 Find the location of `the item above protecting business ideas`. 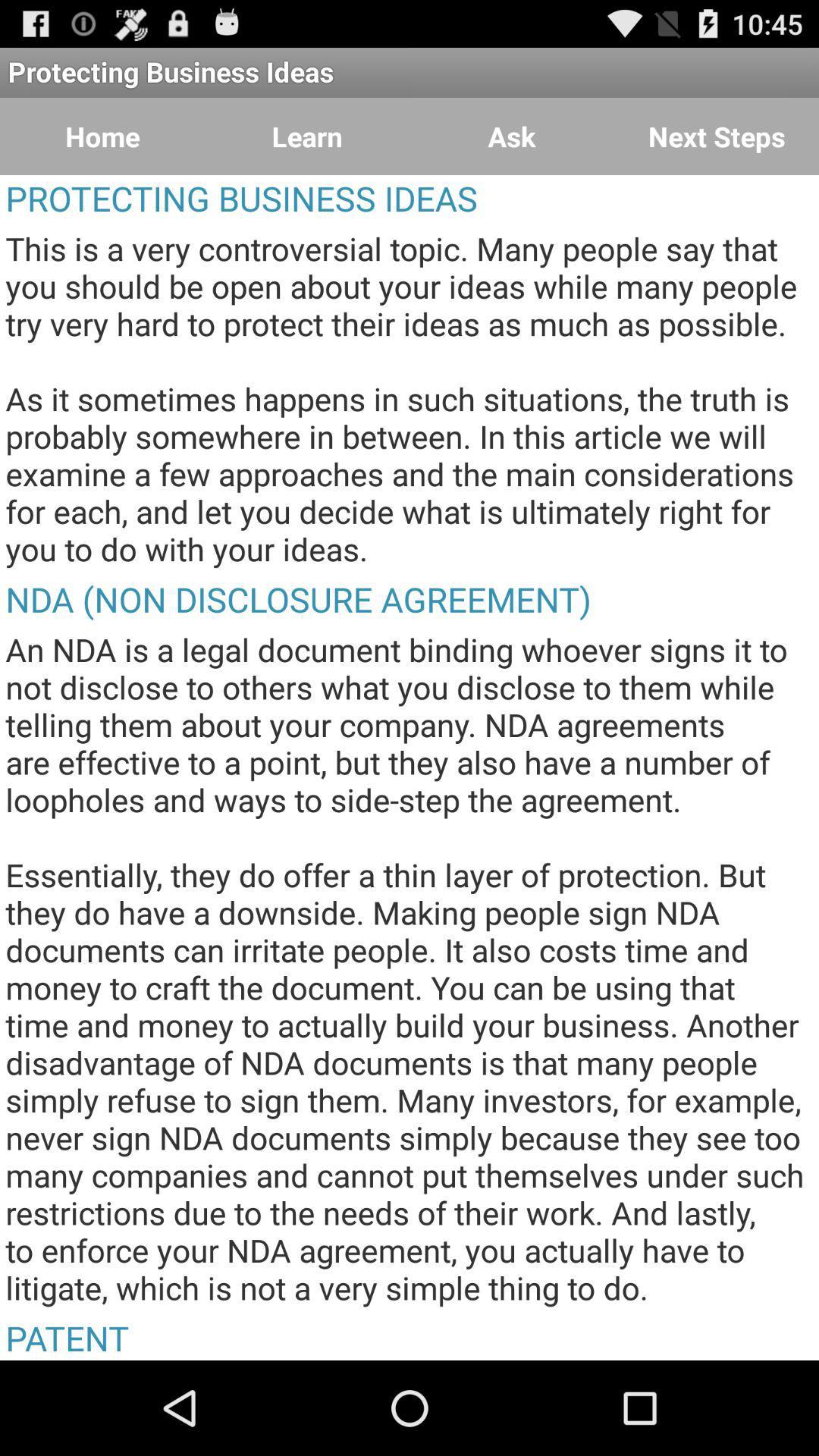

the item above protecting business ideas is located at coordinates (512, 136).